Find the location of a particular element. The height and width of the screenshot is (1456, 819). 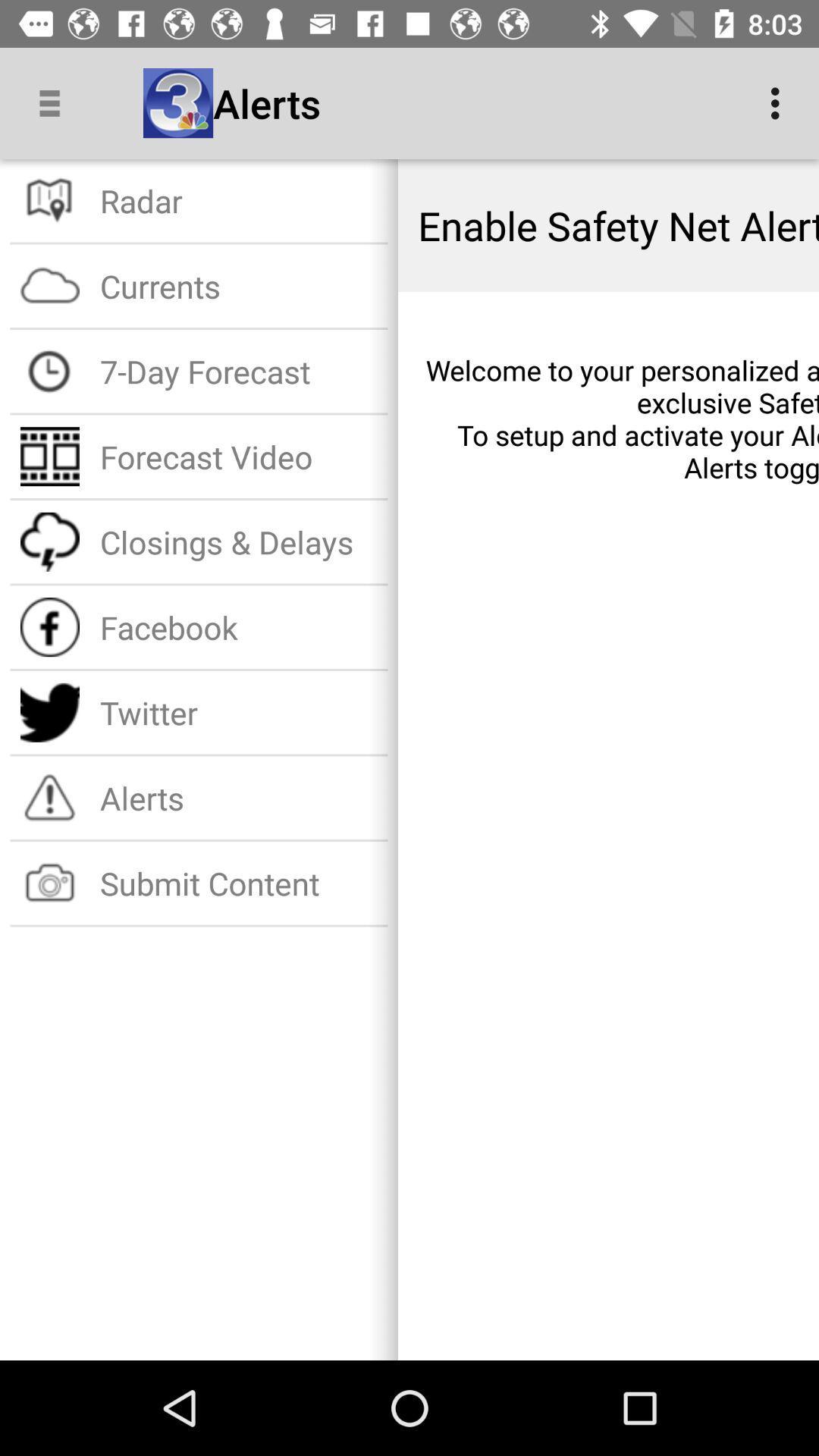

icon below 7-day forecast item is located at coordinates (239, 456).